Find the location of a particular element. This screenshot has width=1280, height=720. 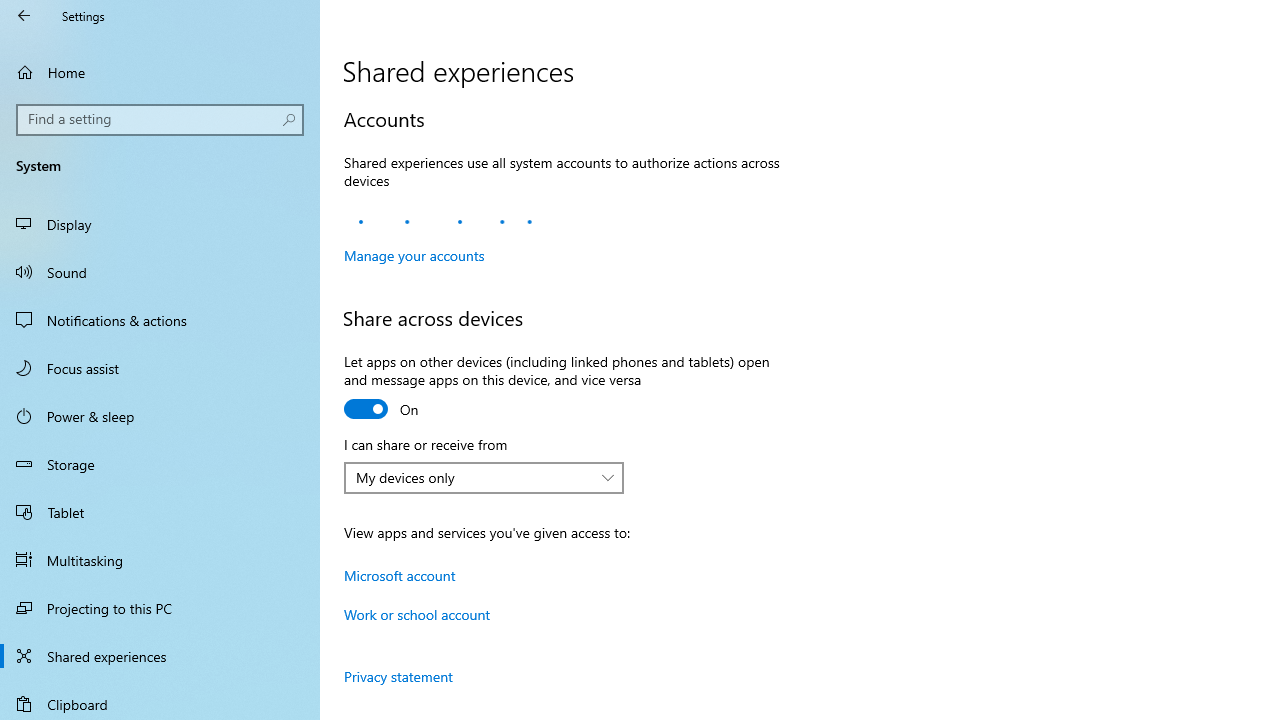

'Work or school account' is located at coordinates (416, 613).